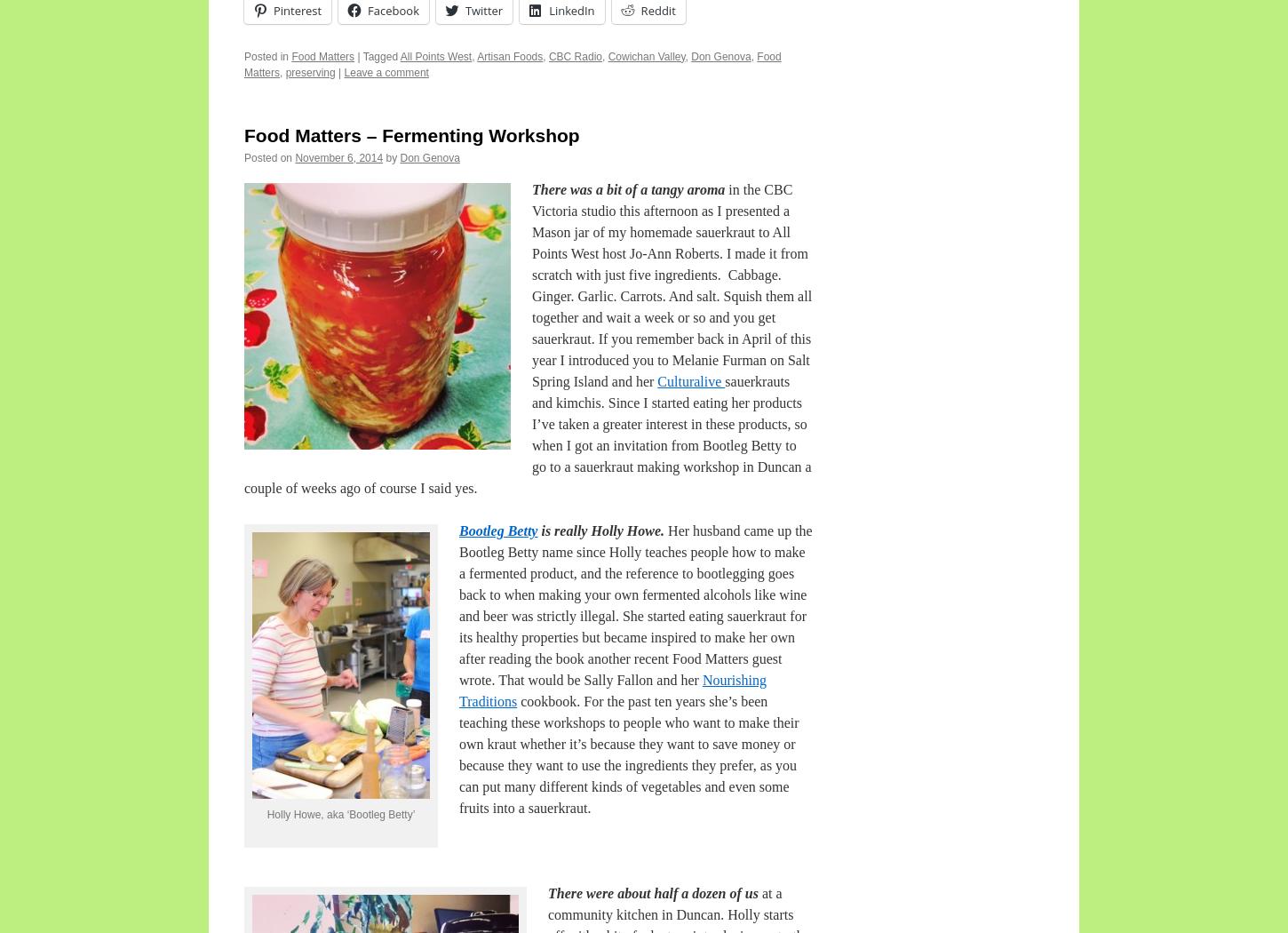  Describe the element at coordinates (657, 10) in the screenshot. I see `'Reddit'` at that location.